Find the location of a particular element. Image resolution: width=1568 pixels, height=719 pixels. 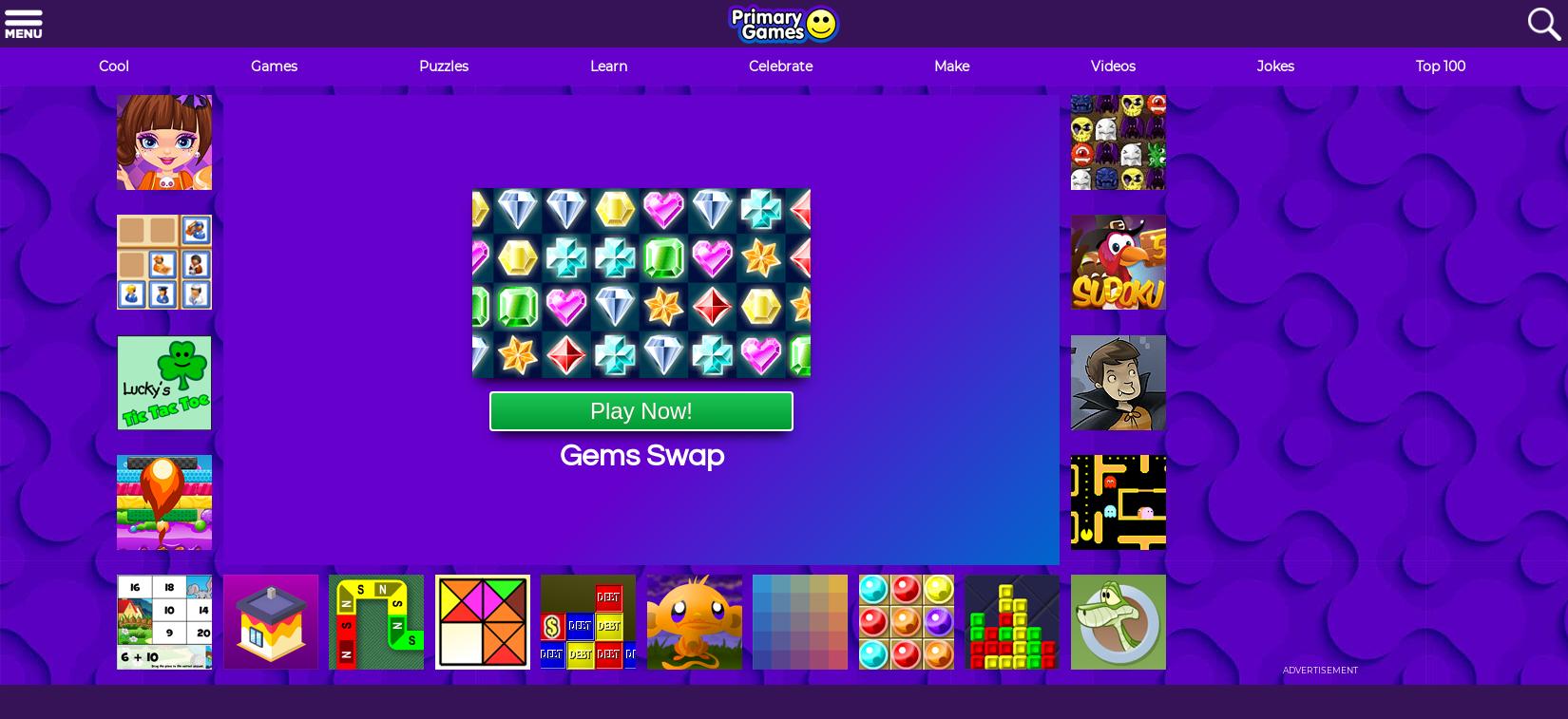

'Make' is located at coordinates (934, 66).